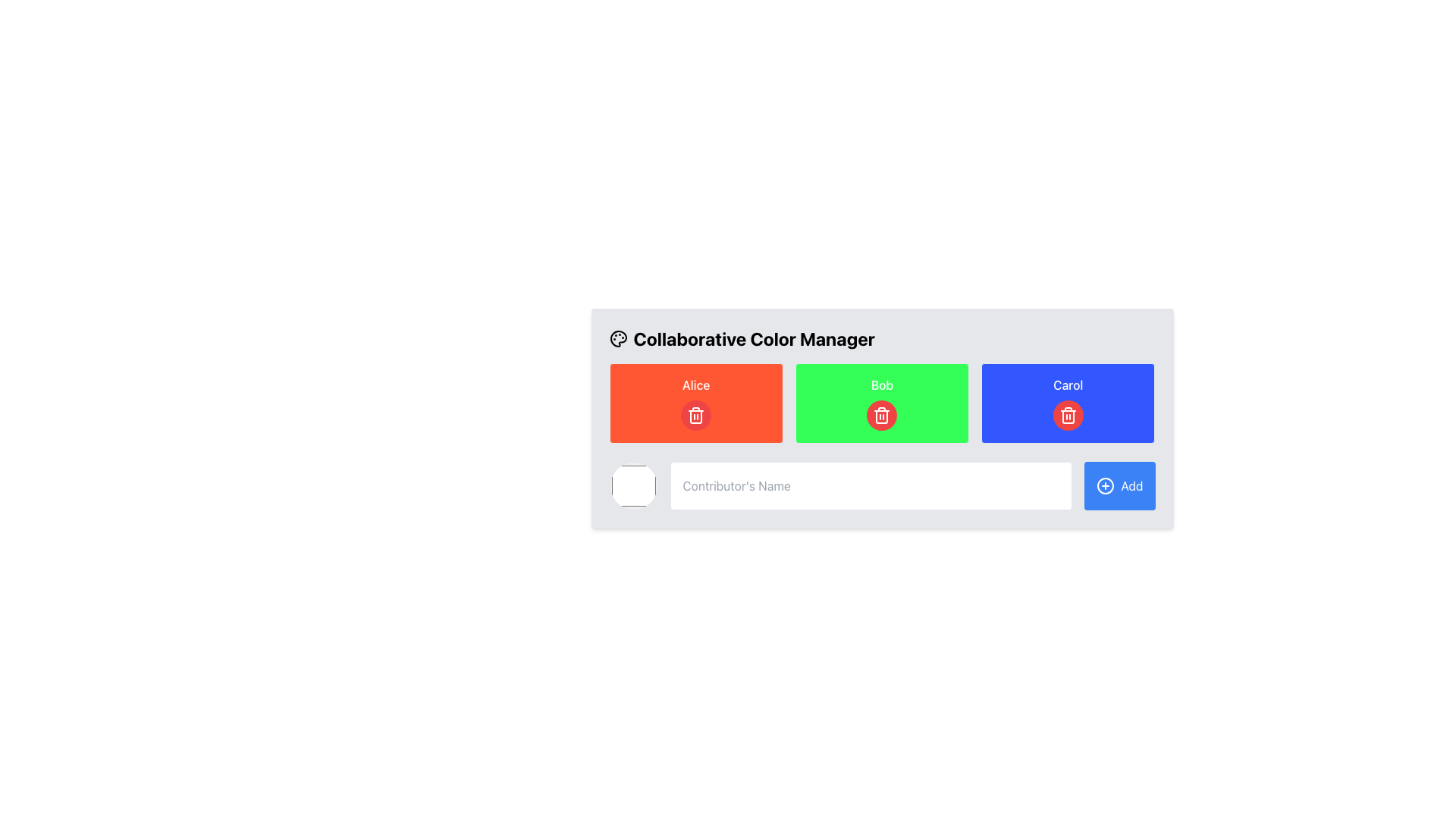 The image size is (1456, 819). I want to click on the trash icon located in the red circular button at the bottom of the 'Alice' card, so click(695, 403).